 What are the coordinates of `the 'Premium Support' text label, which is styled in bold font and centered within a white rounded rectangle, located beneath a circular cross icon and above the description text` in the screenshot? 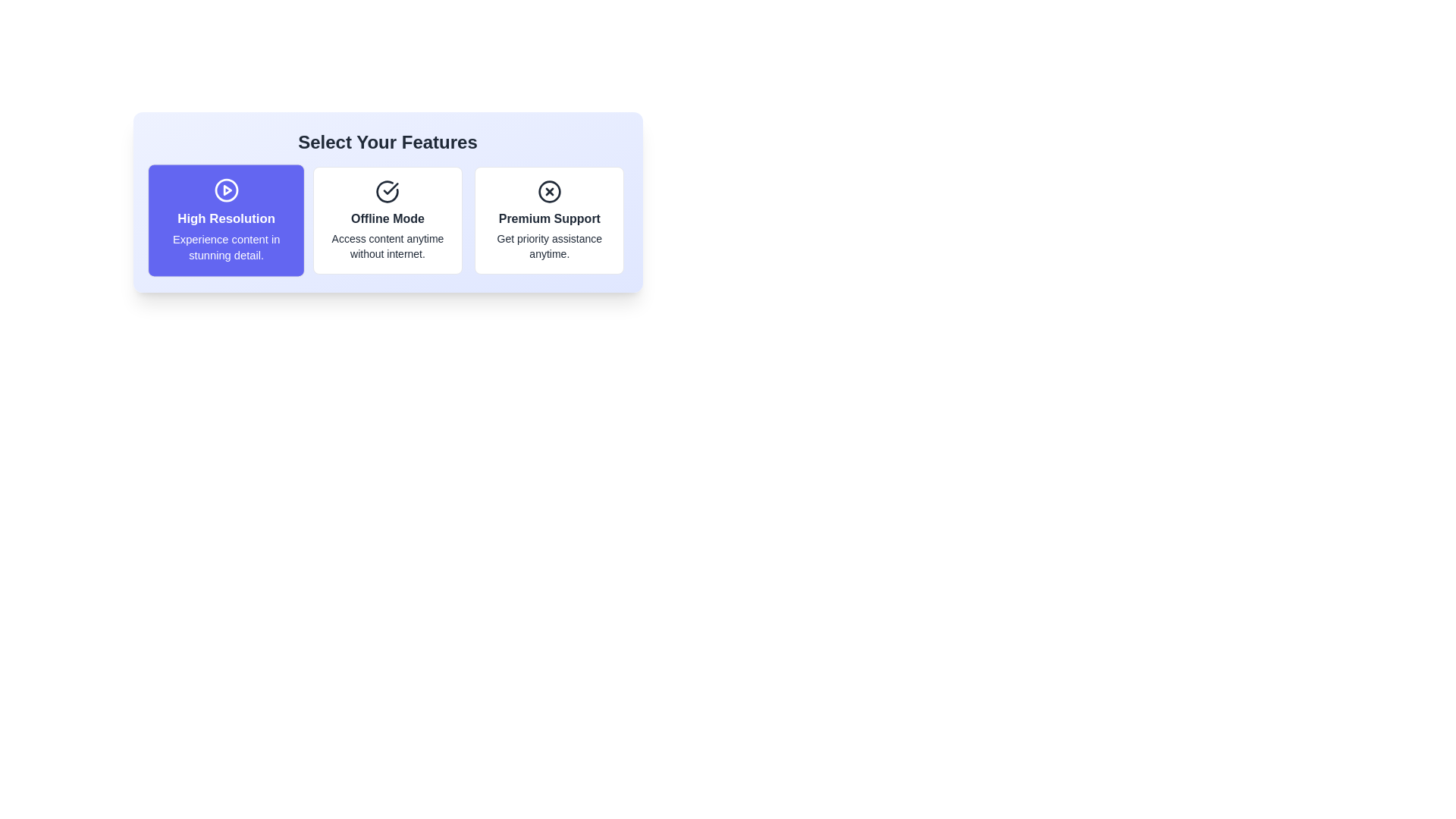 It's located at (548, 219).